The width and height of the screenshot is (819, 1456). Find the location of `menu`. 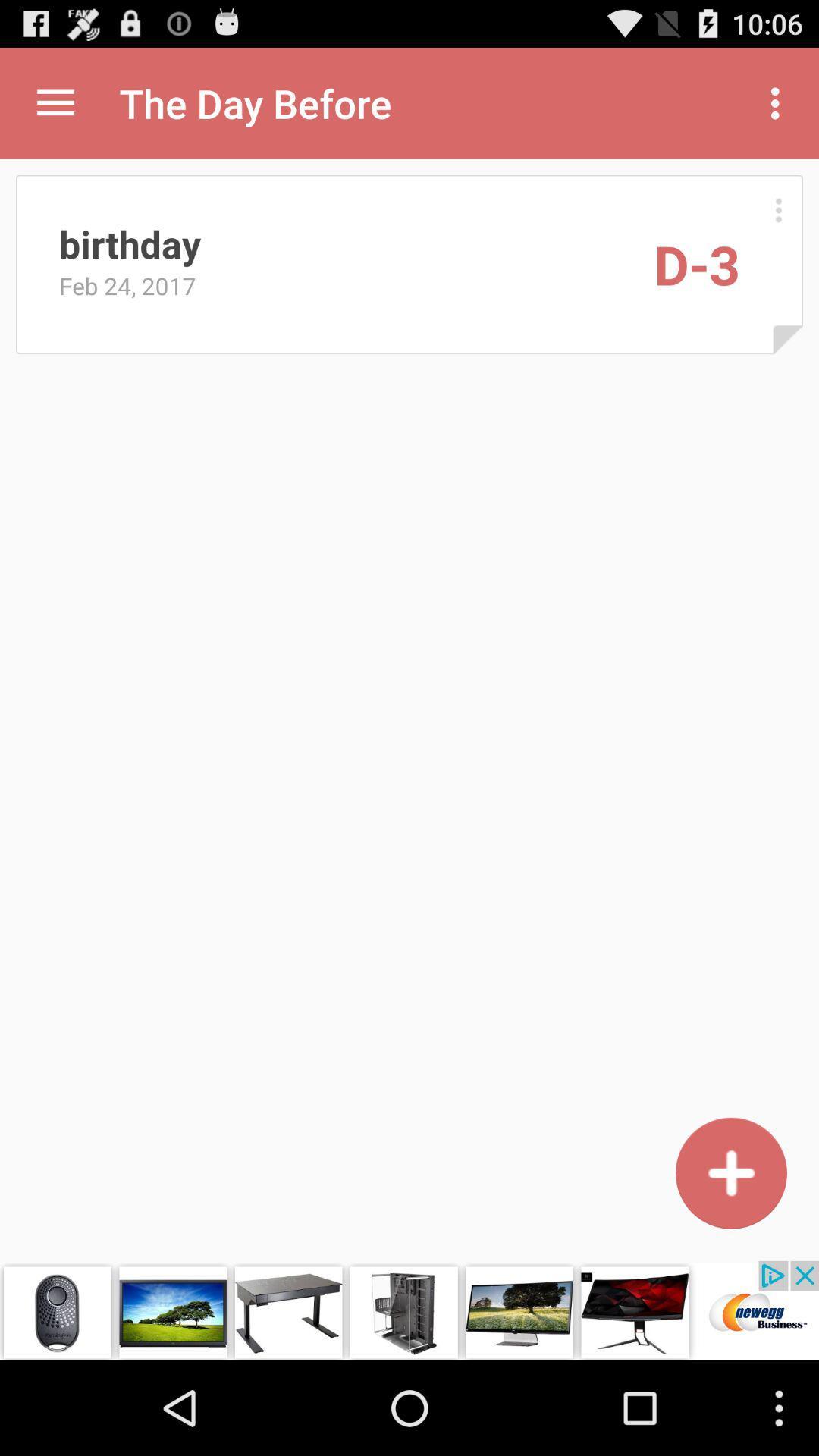

menu is located at coordinates (778, 209).